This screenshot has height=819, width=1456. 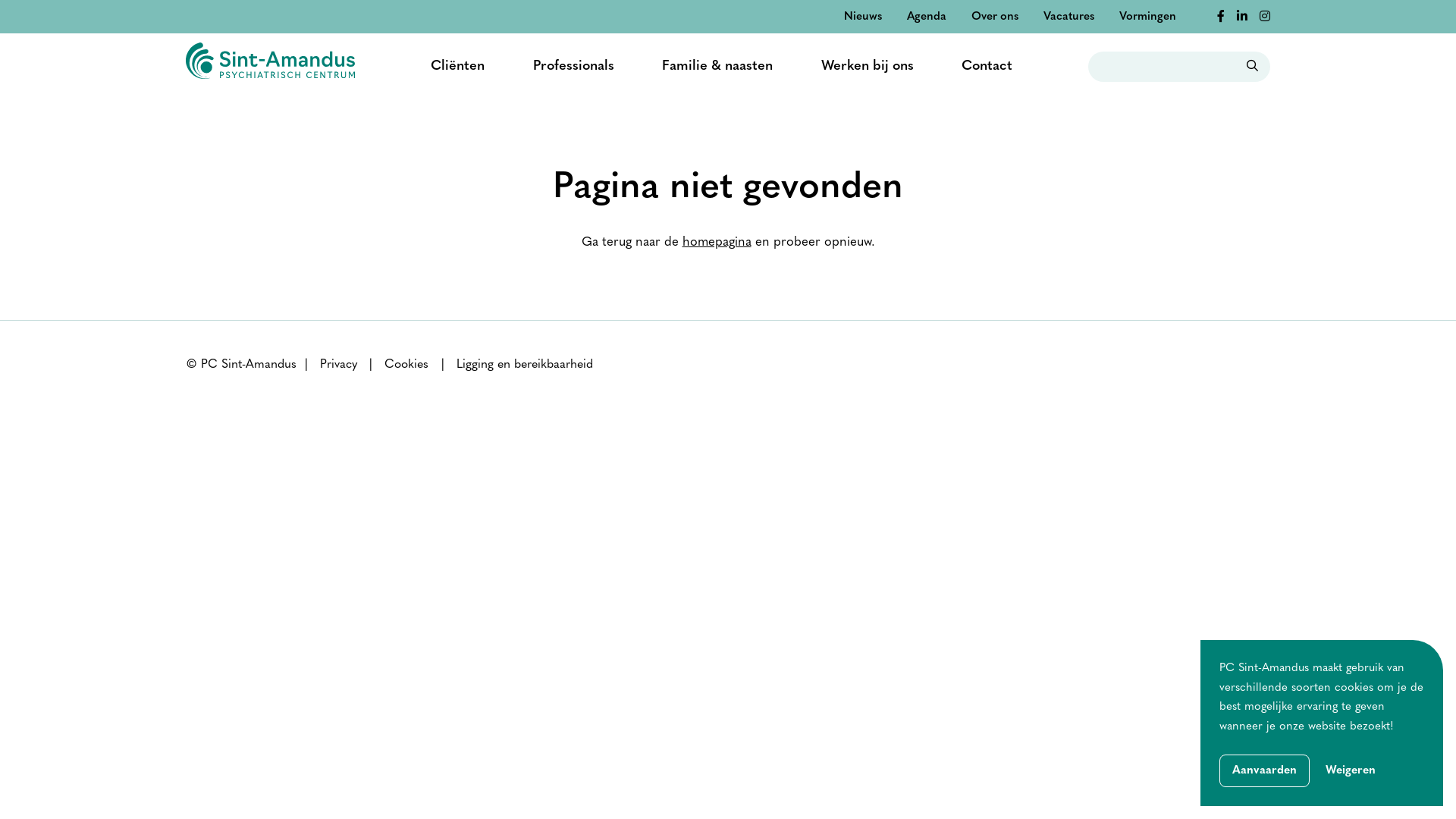 What do you see at coordinates (960, 66) in the screenshot?
I see `'Contact'` at bounding box center [960, 66].